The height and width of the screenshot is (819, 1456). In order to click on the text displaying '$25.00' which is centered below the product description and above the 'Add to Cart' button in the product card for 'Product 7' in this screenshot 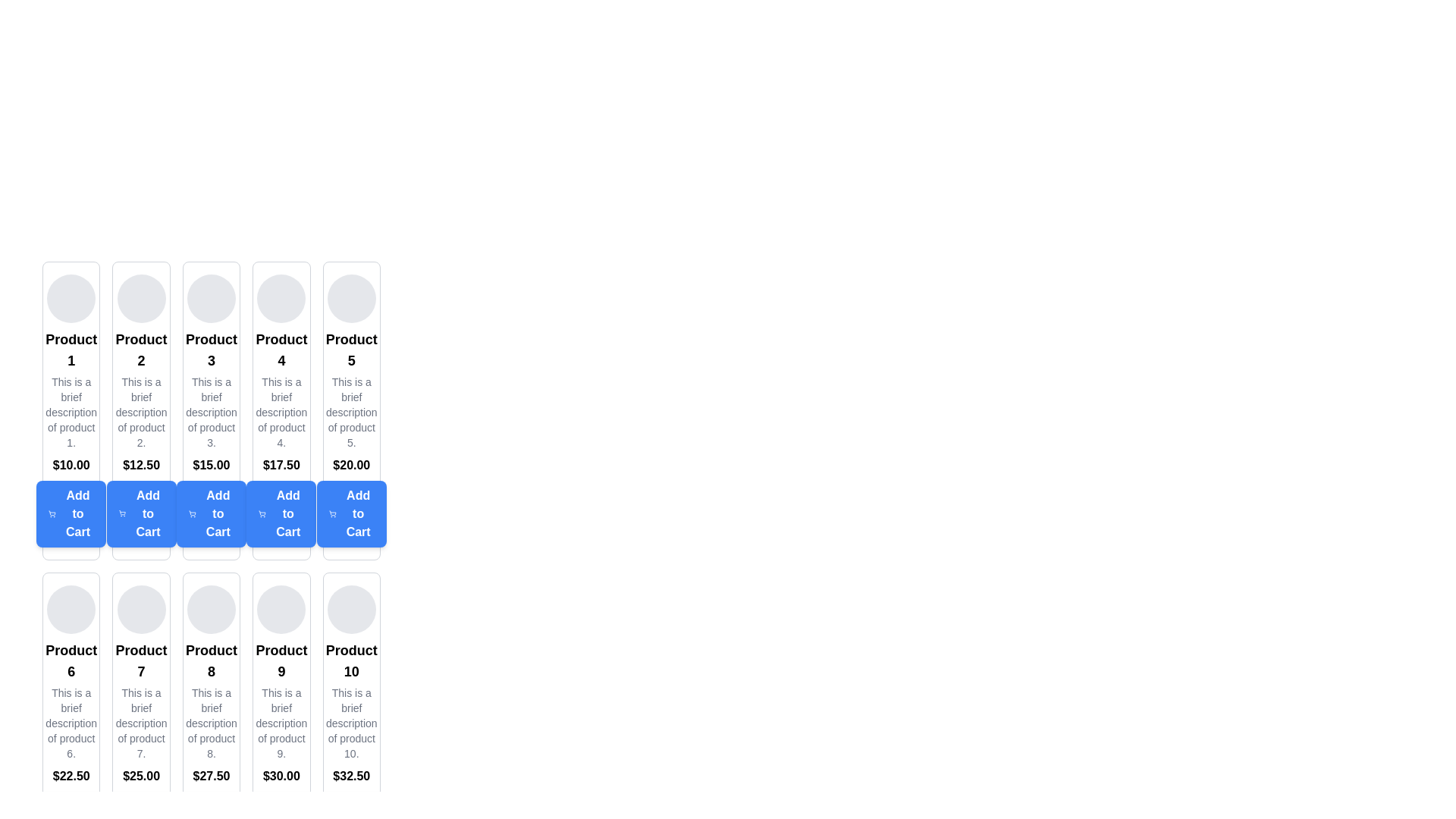, I will do `click(141, 776)`.